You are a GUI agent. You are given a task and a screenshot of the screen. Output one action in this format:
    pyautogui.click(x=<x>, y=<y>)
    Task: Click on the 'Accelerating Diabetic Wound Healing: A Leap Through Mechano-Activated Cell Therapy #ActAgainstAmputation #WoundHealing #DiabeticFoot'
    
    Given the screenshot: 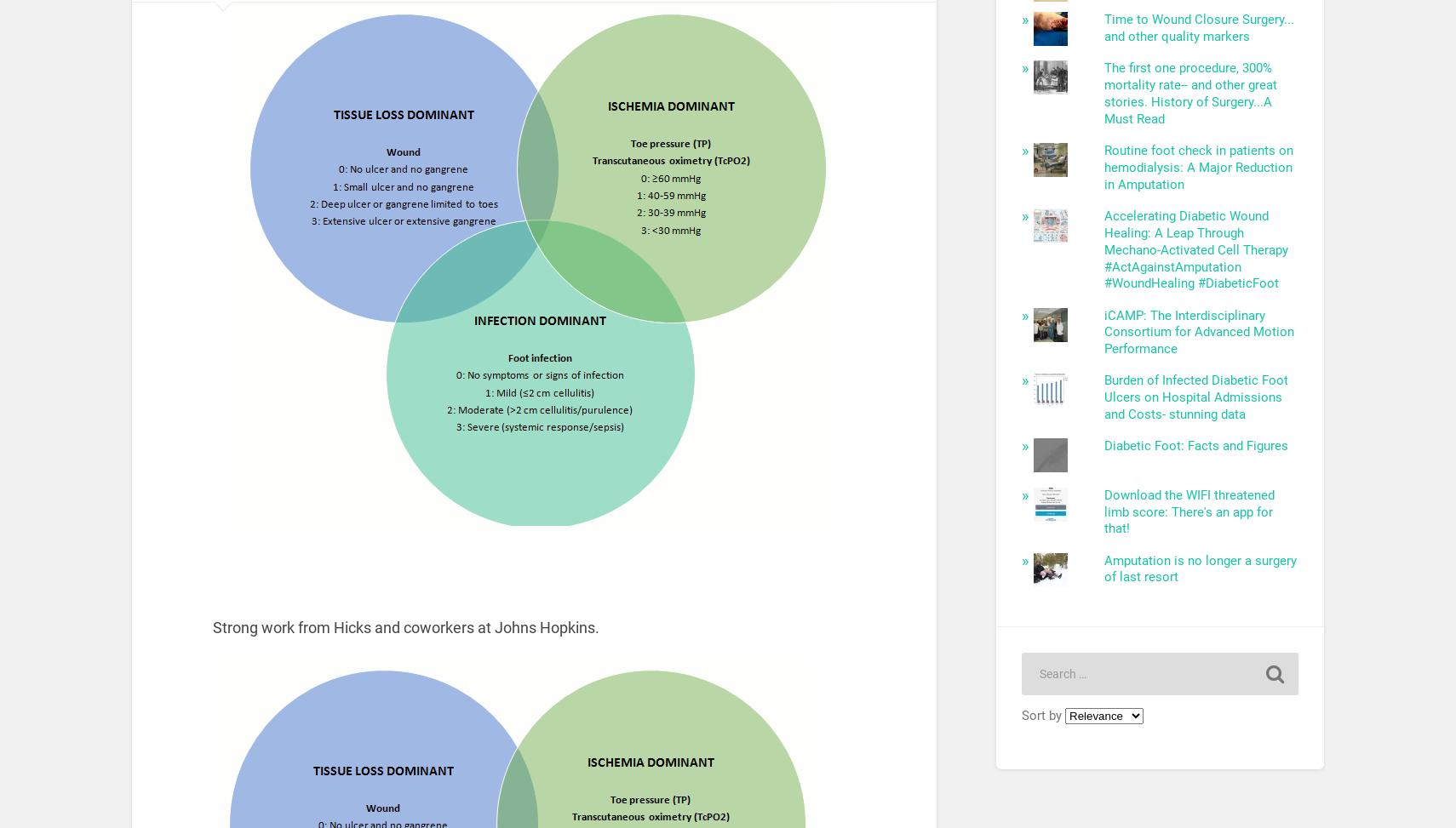 What is the action you would take?
    pyautogui.click(x=1195, y=248)
    